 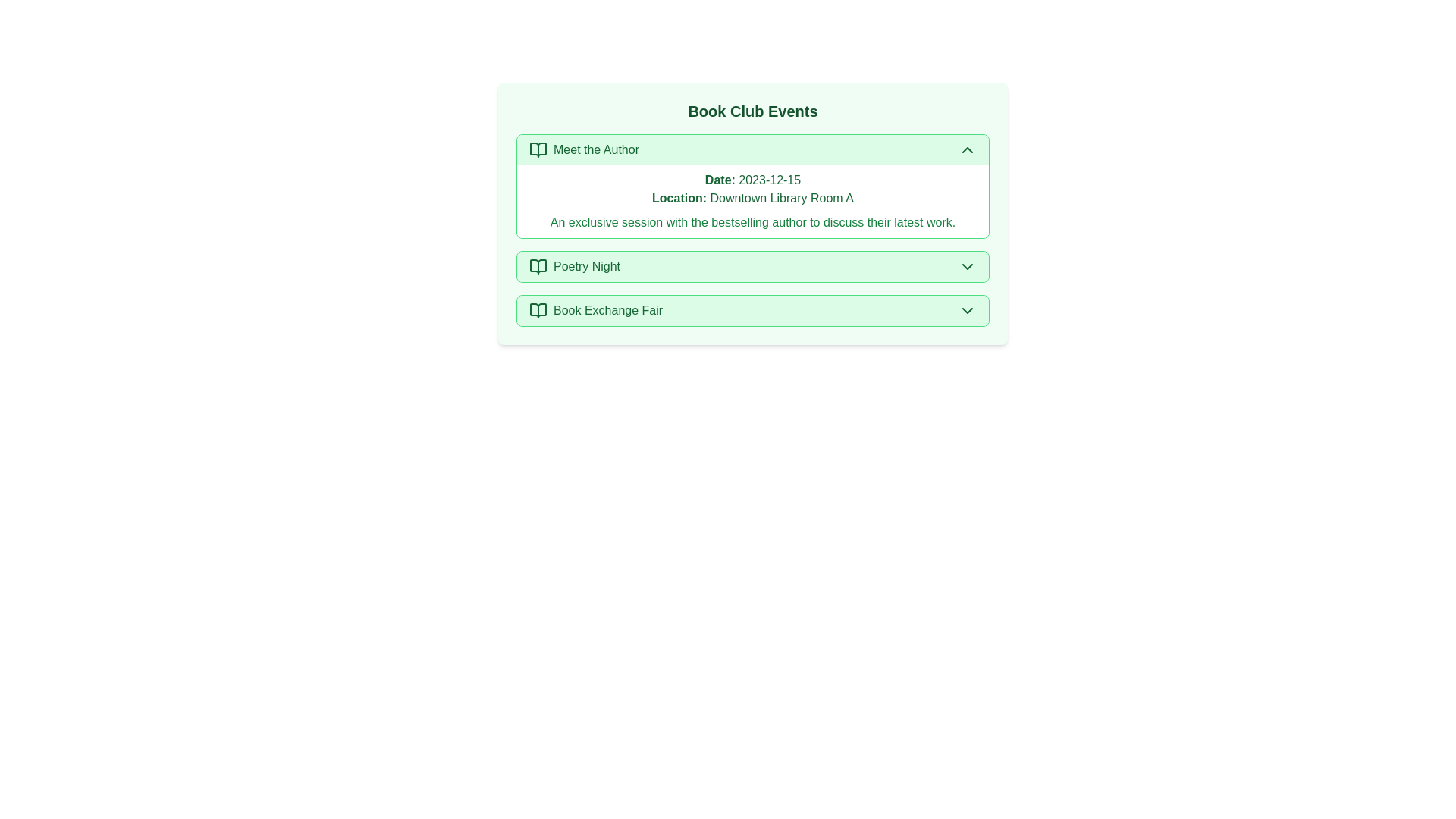 What do you see at coordinates (753, 180) in the screenshot?
I see `text label displaying 'Date: 2023-12-15' that is styled in green and bold, located at the top of the event details section in the 'Book Club Events' interface` at bounding box center [753, 180].